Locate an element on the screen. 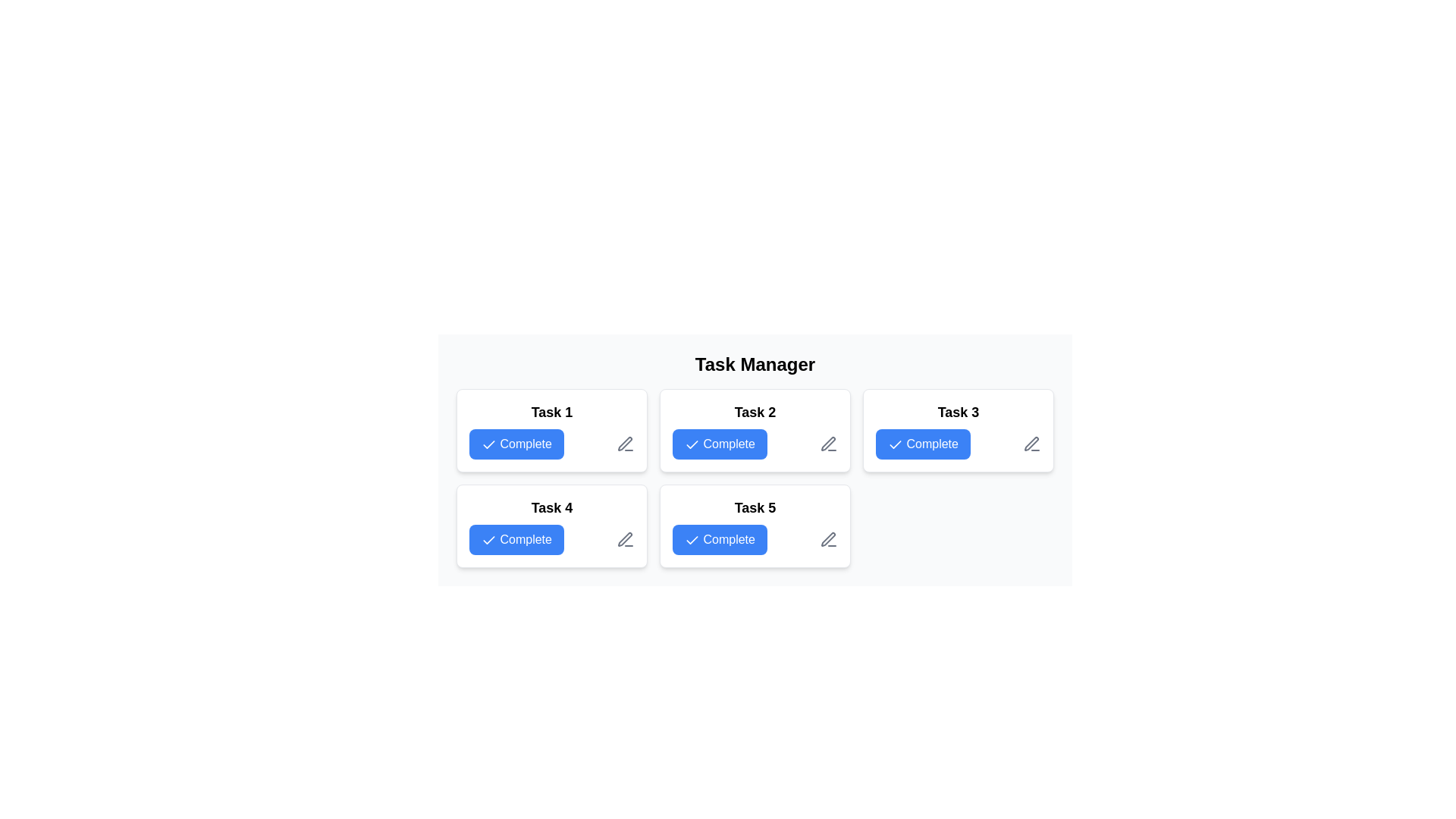  the prominent header text 'Task Manager', which is bold and centrally positioned at the top of the layout is located at coordinates (755, 365).